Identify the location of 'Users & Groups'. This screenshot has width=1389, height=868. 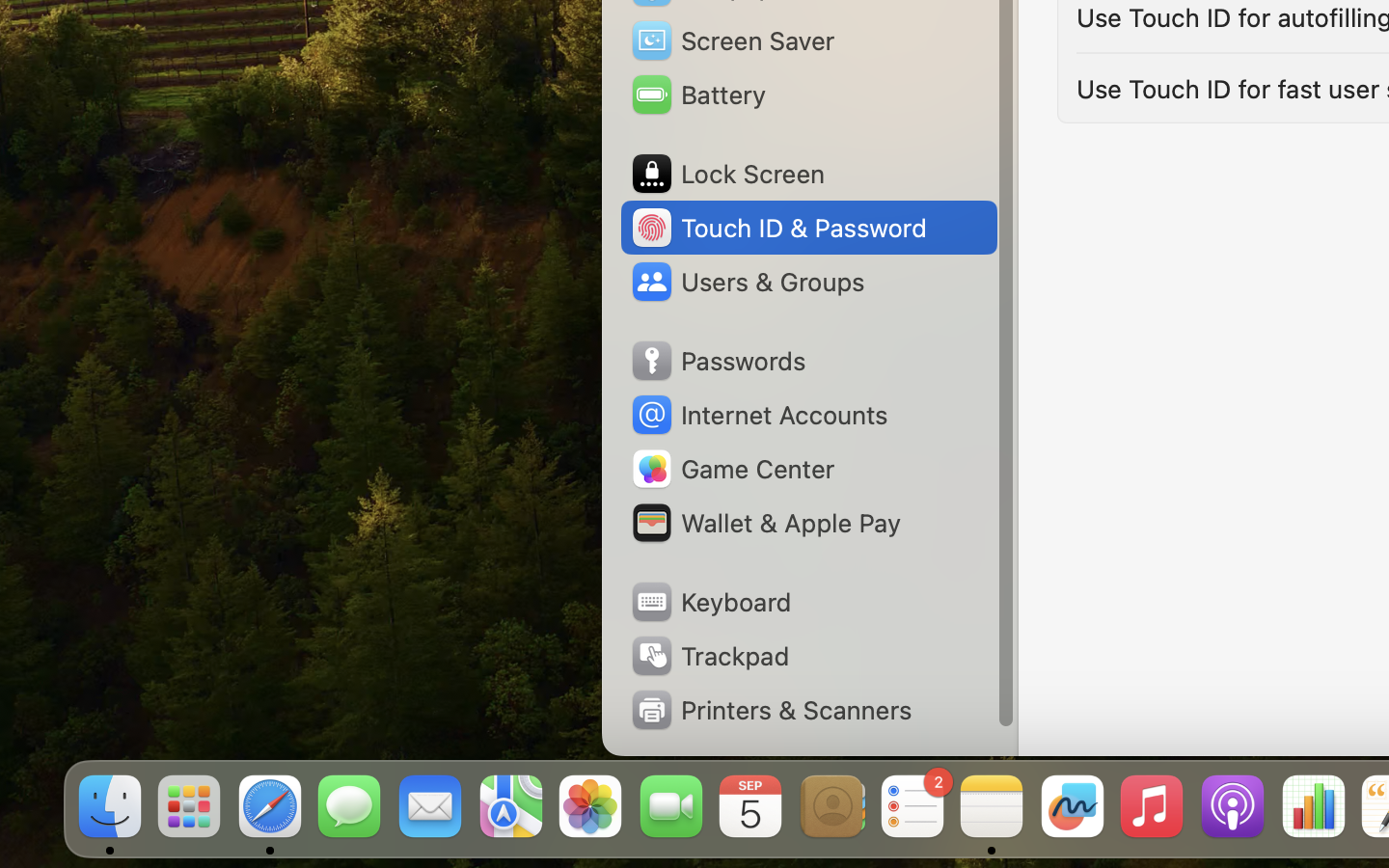
(746, 280).